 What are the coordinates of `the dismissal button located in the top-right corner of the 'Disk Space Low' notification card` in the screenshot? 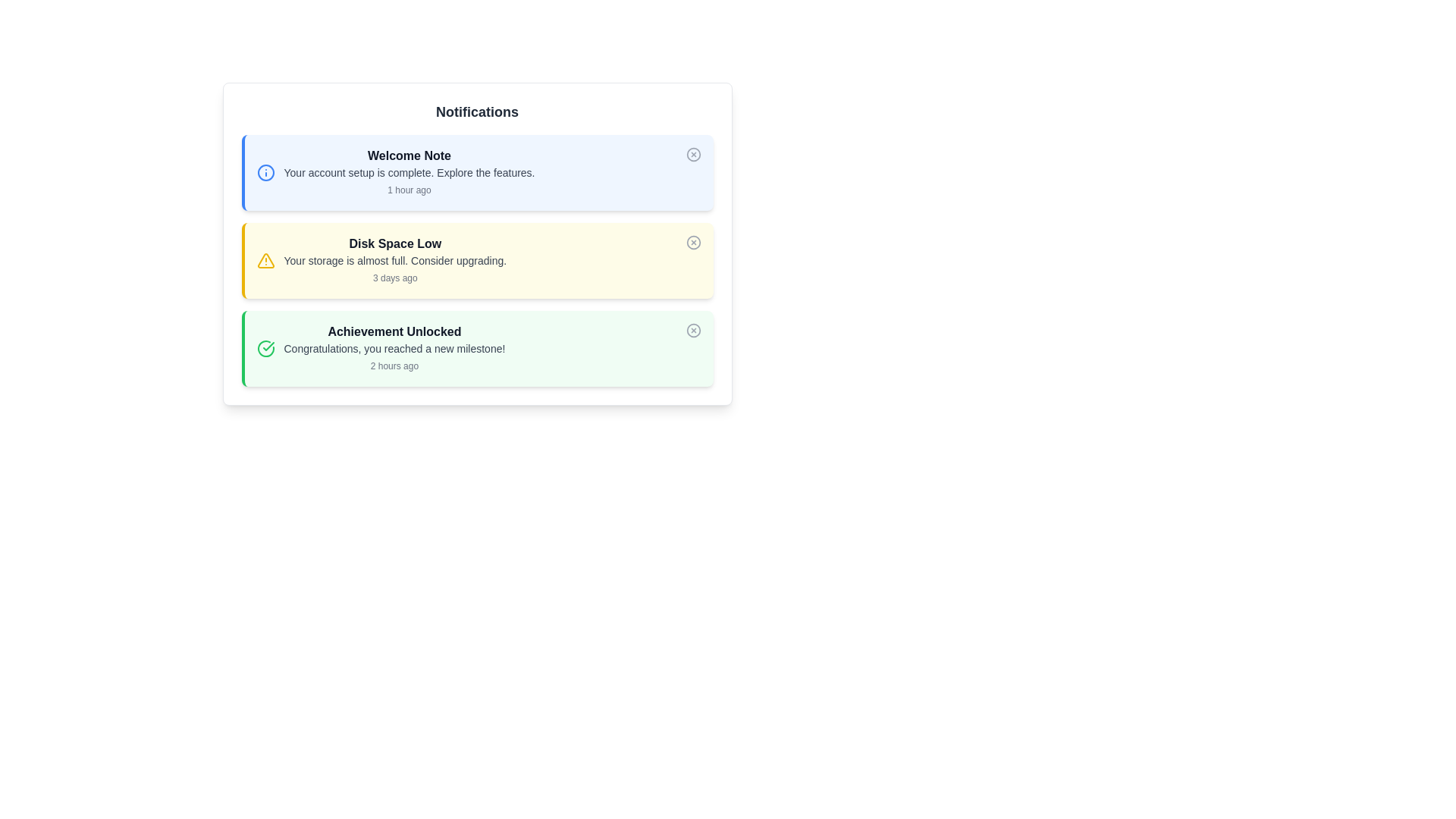 It's located at (692, 242).